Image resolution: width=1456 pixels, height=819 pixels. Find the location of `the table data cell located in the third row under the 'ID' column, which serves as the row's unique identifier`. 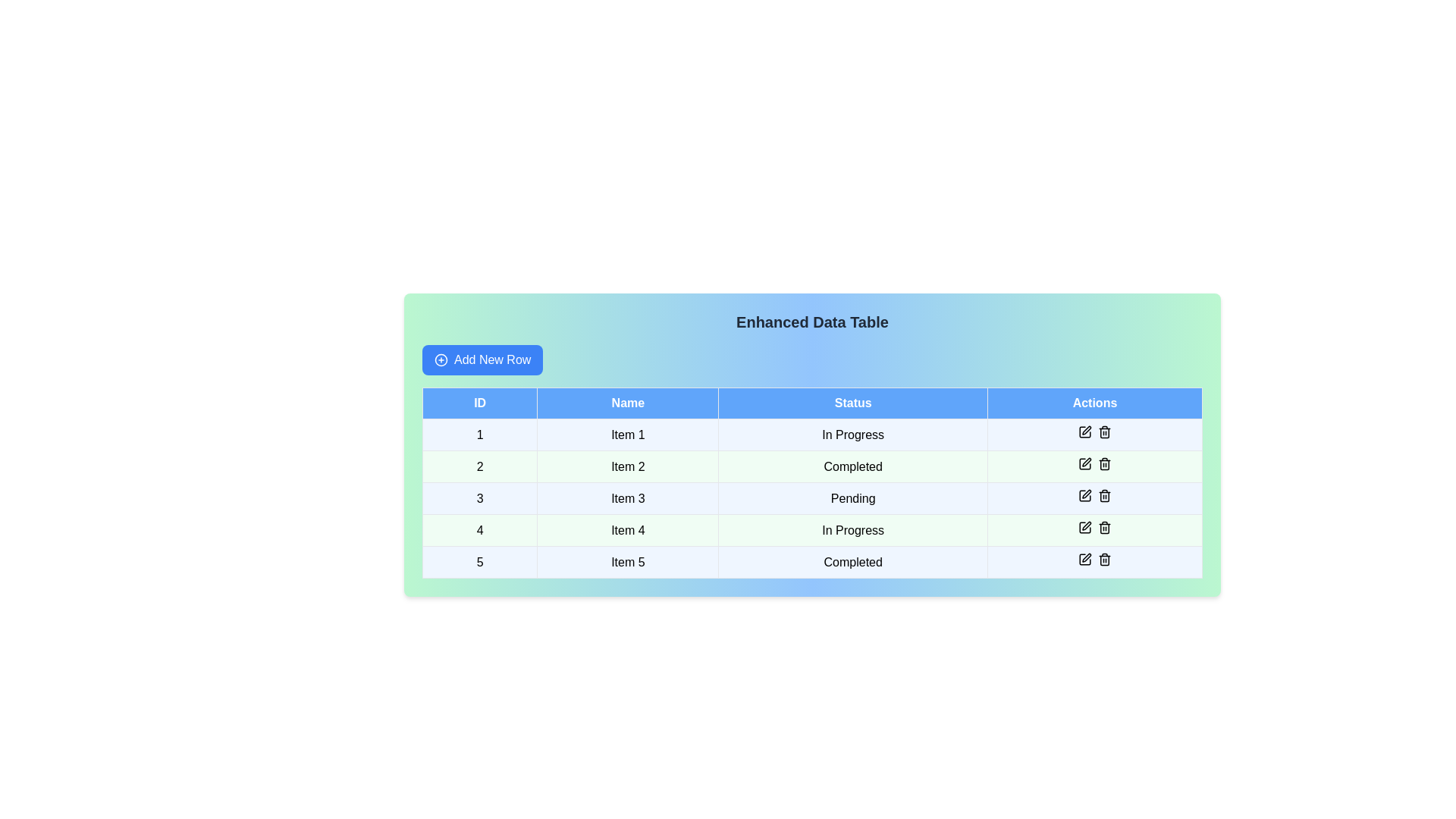

the table data cell located in the third row under the 'ID' column, which serves as the row's unique identifier is located at coordinates (479, 498).